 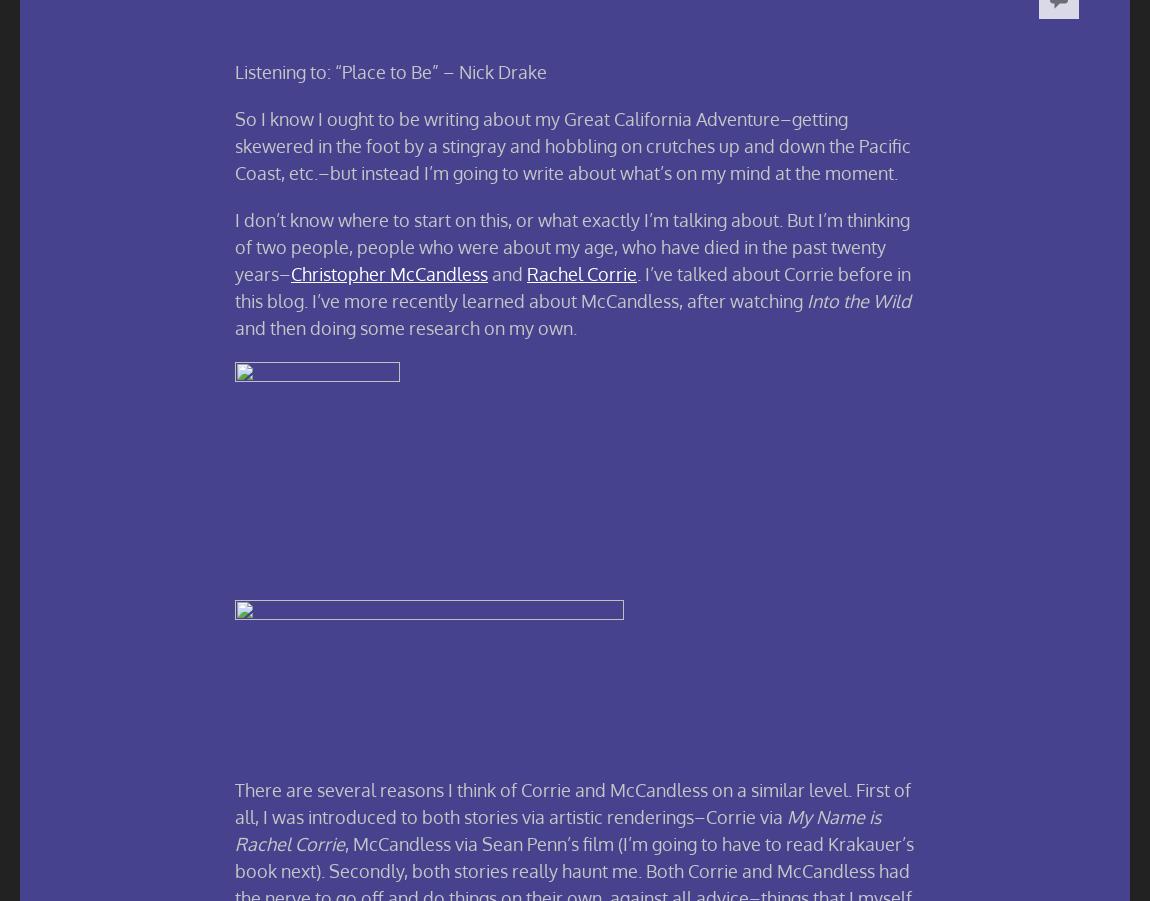 I want to click on 'Listening to: “Place to Be” – Nick Drake', so click(x=391, y=70).